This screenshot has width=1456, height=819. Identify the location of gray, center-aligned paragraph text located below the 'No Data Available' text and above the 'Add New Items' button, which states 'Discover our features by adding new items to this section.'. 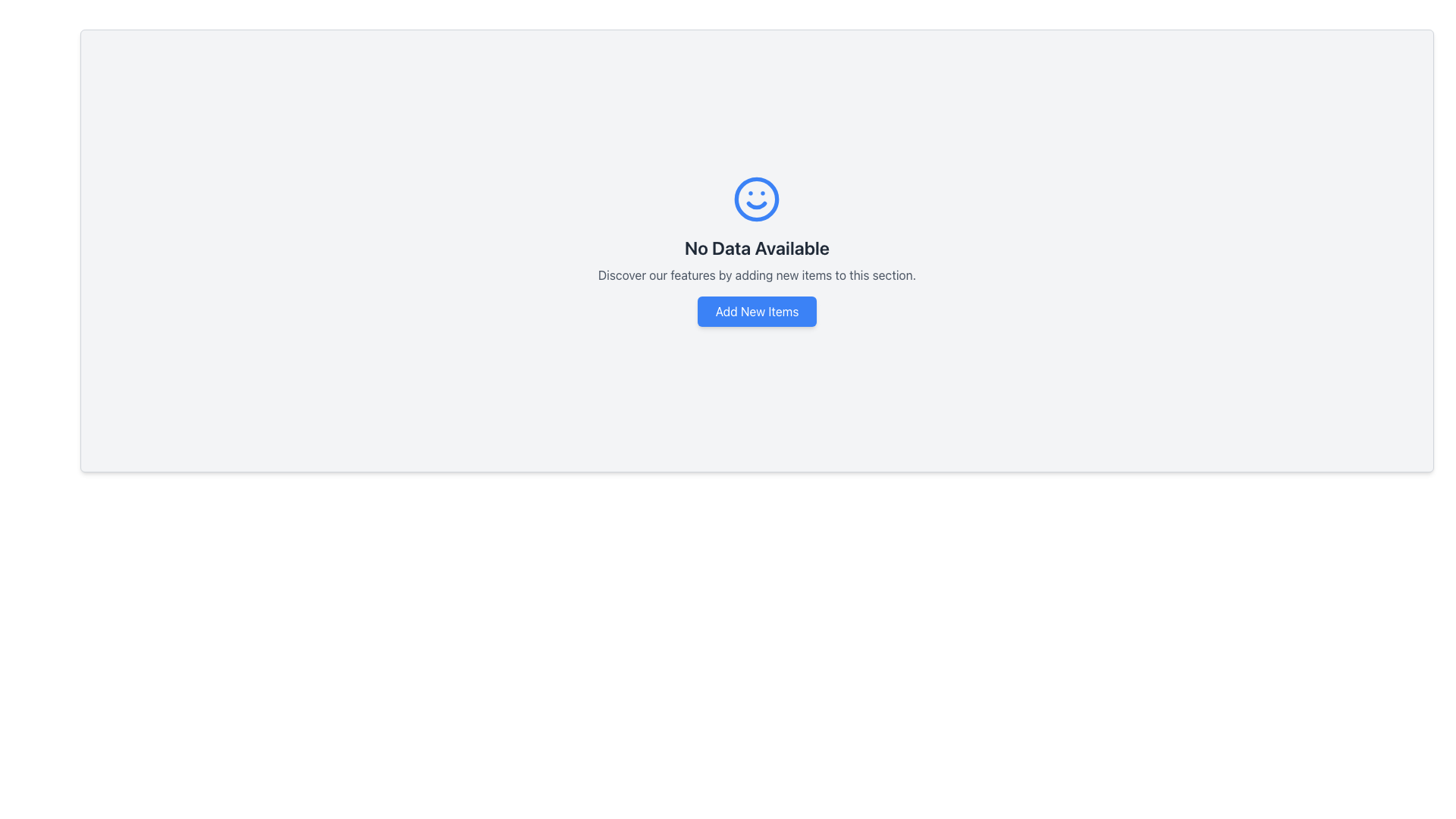
(757, 275).